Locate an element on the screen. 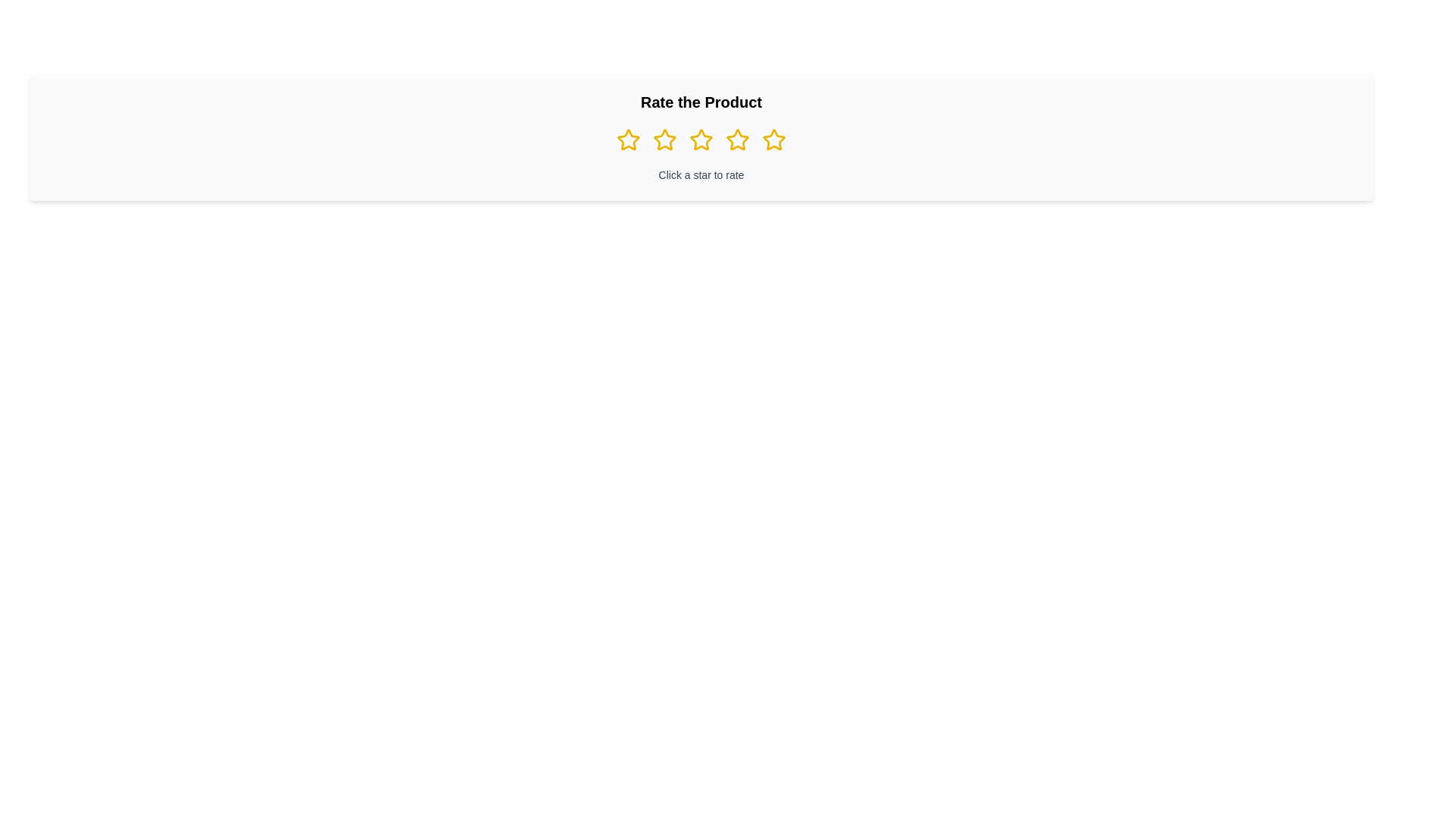  the fifth star icon in the rating component is located at coordinates (774, 140).